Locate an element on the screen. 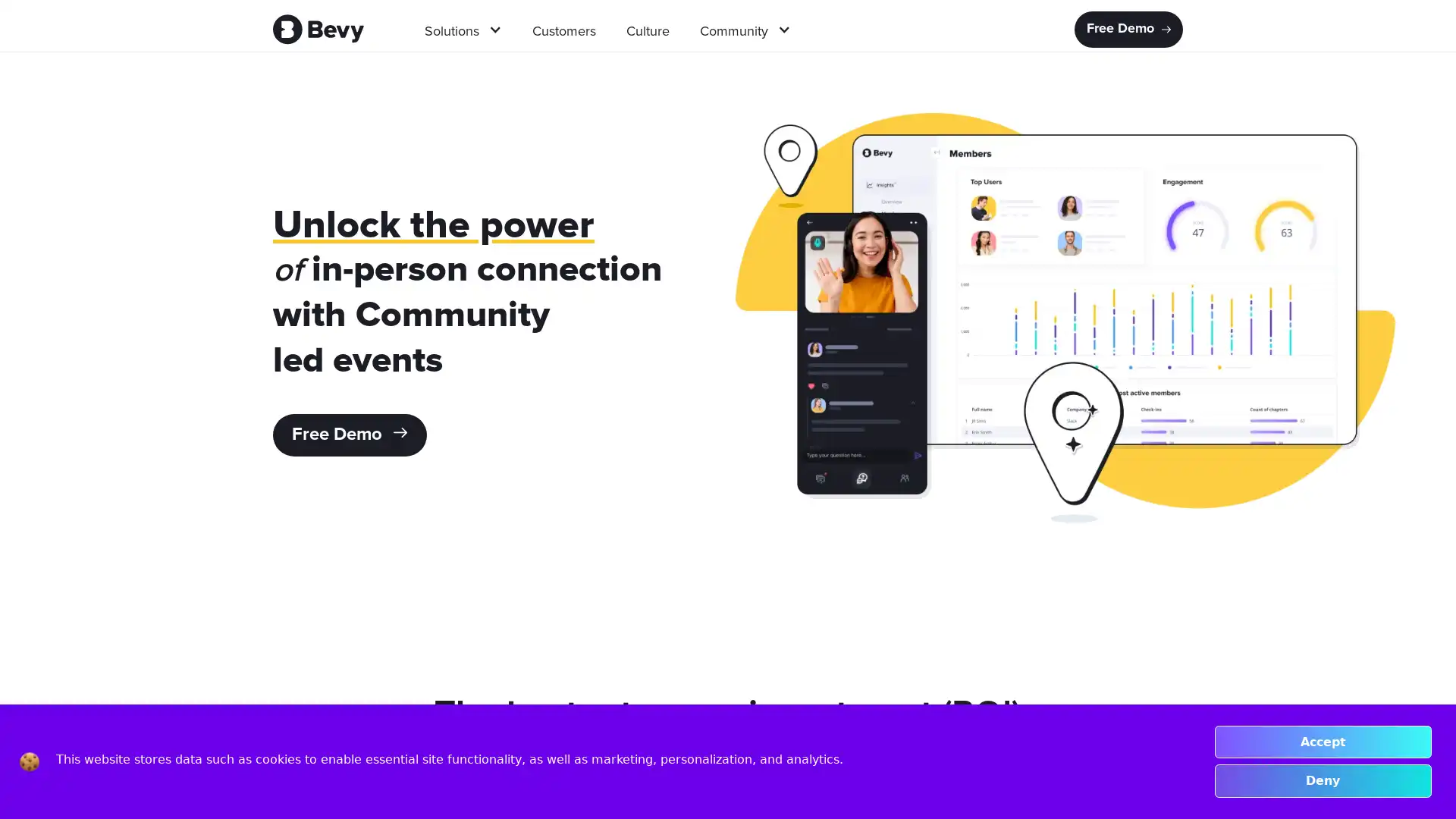 This screenshot has width=1456, height=819. Deny is located at coordinates (1322, 780).